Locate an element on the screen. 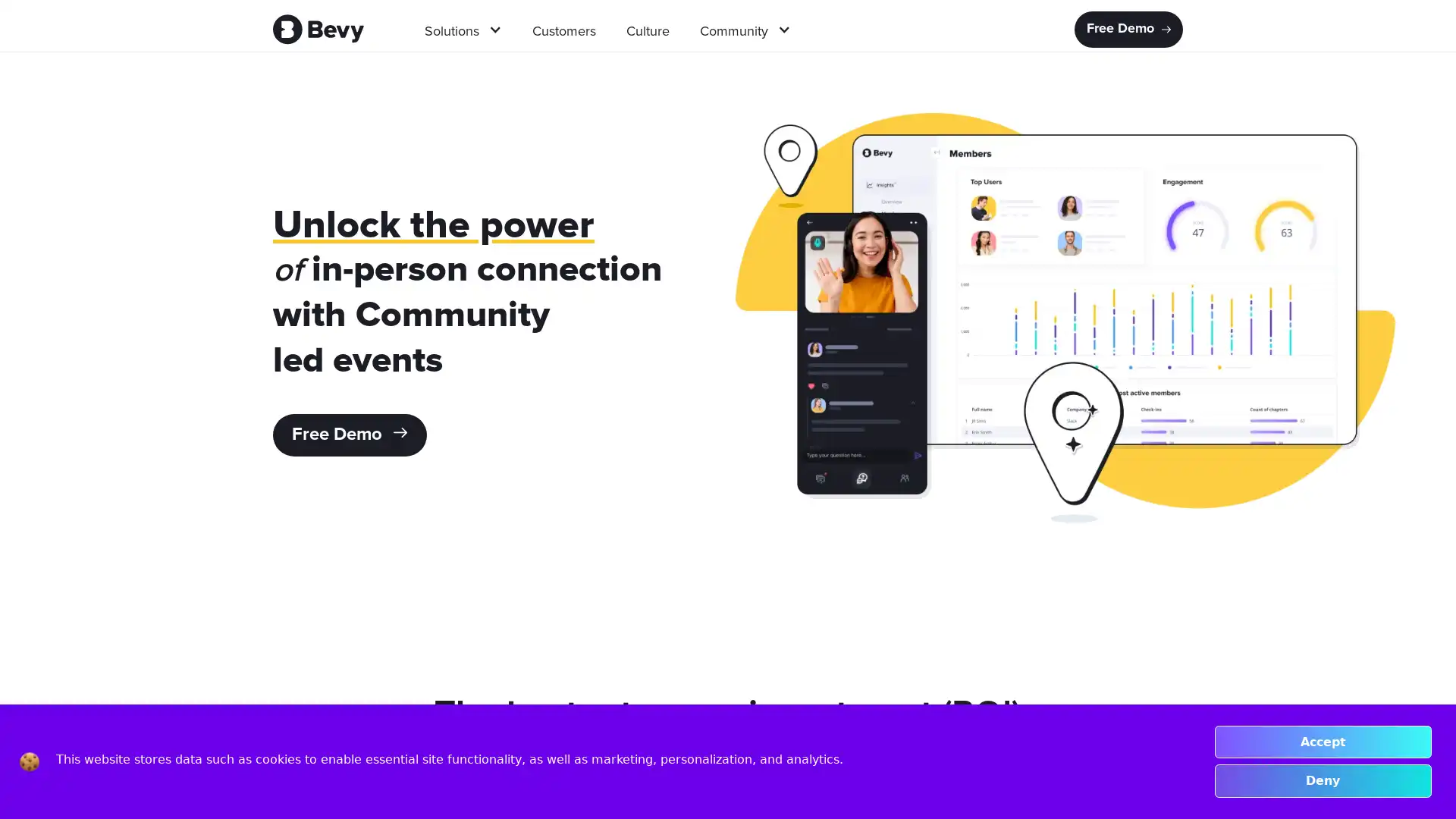 This screenshot has width=1456, height=819. Deny is located at coordinates (1322, 780).